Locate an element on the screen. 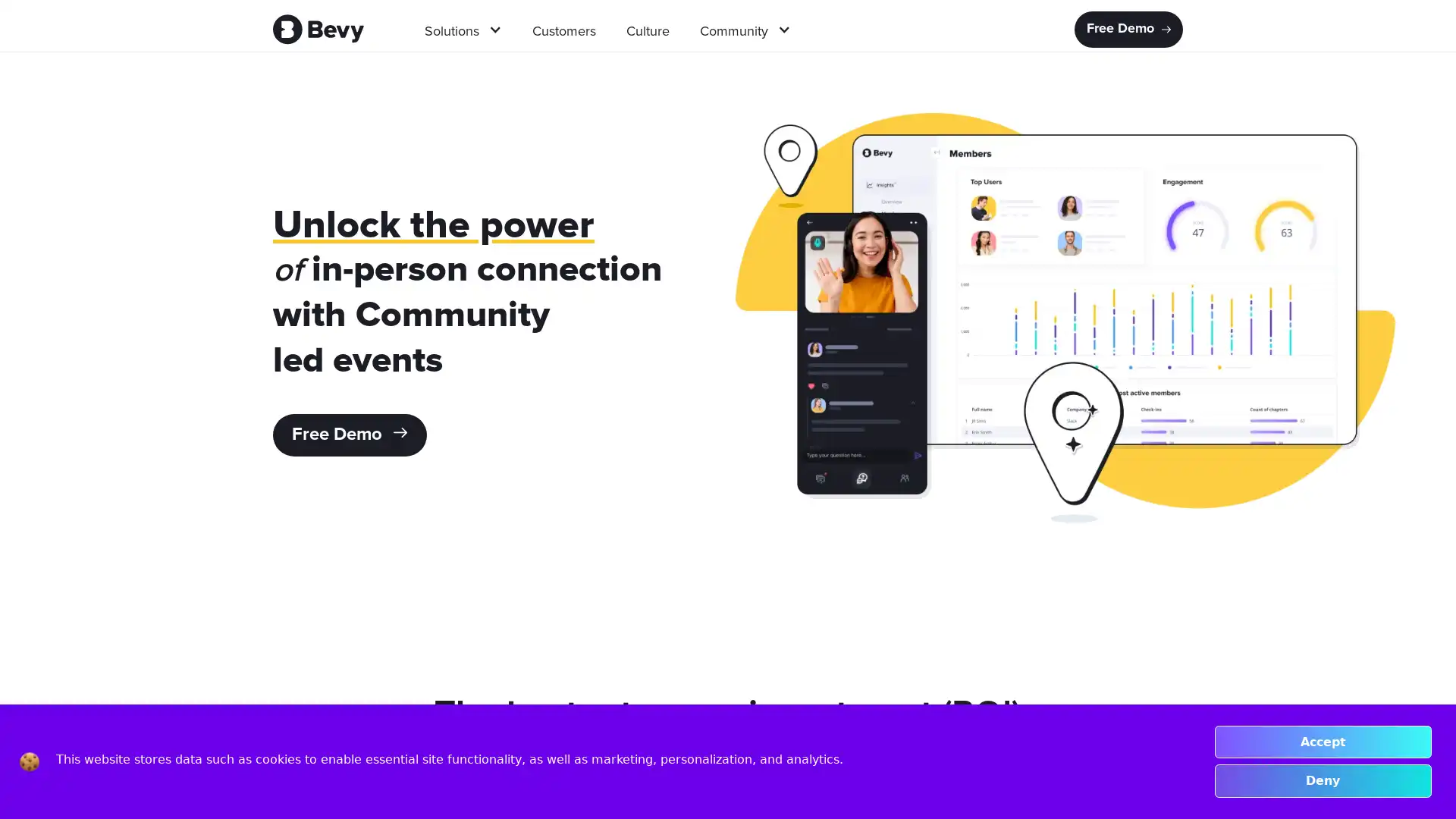 This screenshot has width=1456, height=819. Deny is located at coordinates (1322, 780).